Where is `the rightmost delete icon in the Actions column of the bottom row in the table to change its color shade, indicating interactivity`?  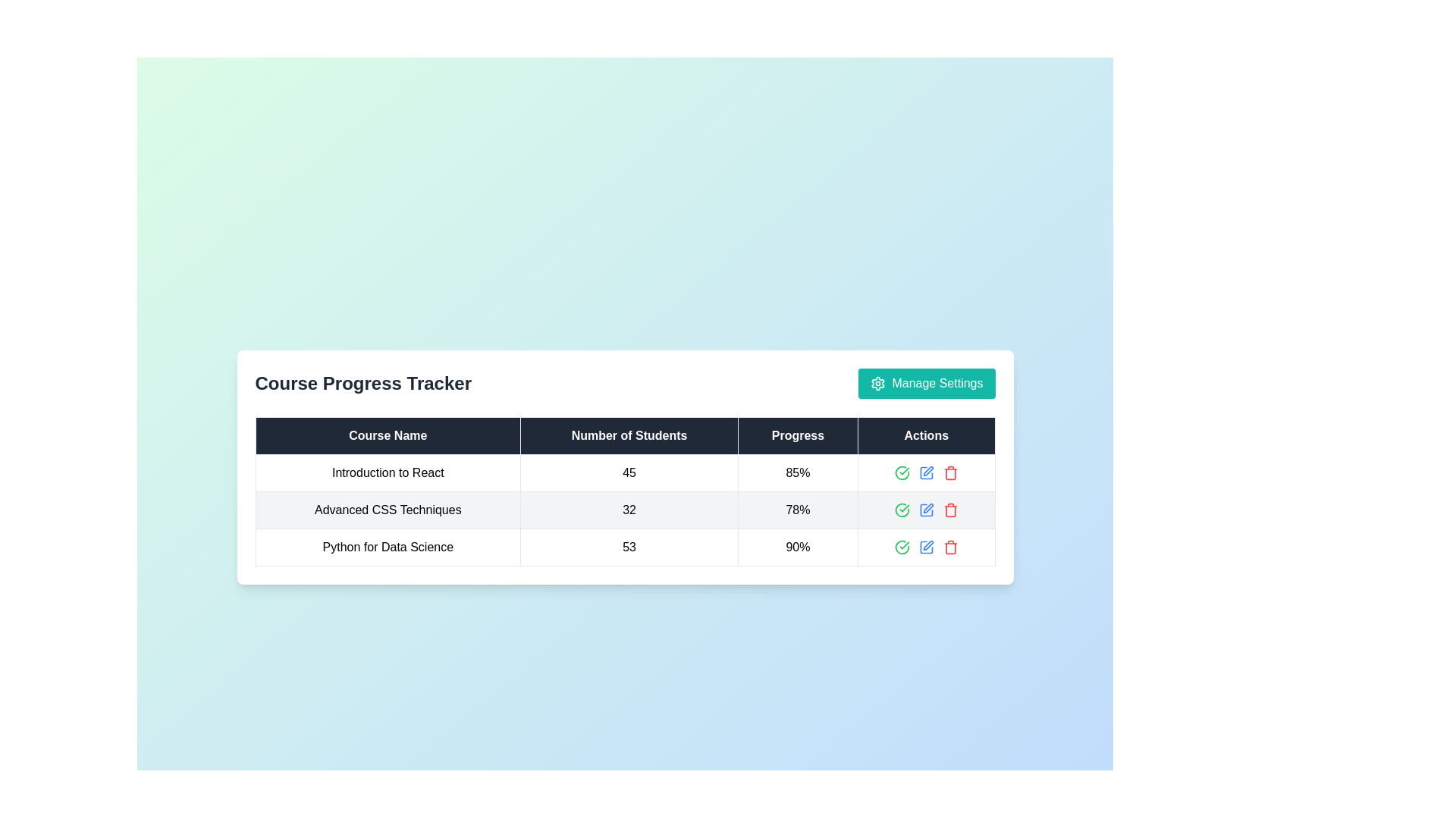
the rightmost delete icon in the Actions column of the bottom row in the table to change its color shade, indicating interactivity is located at coordinates (949, 547).